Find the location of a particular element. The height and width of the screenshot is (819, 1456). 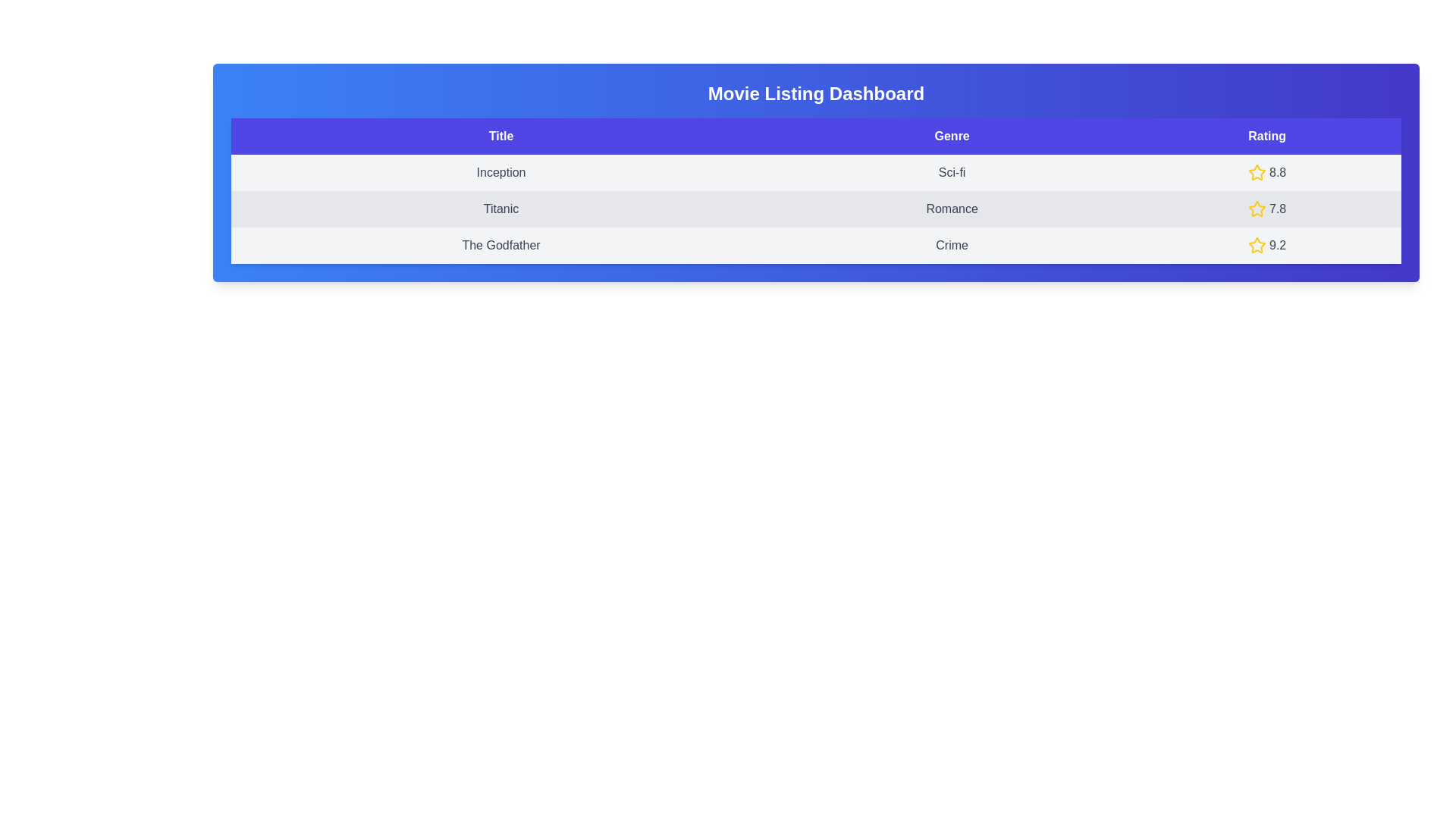

the star rating indicator icon, which is a five-pointed star outlined in yellow-orange, located in the second row of the table next to the numeric rating value '7.8' for the movie 'Titanic' is located at coordinates (1257, 209).